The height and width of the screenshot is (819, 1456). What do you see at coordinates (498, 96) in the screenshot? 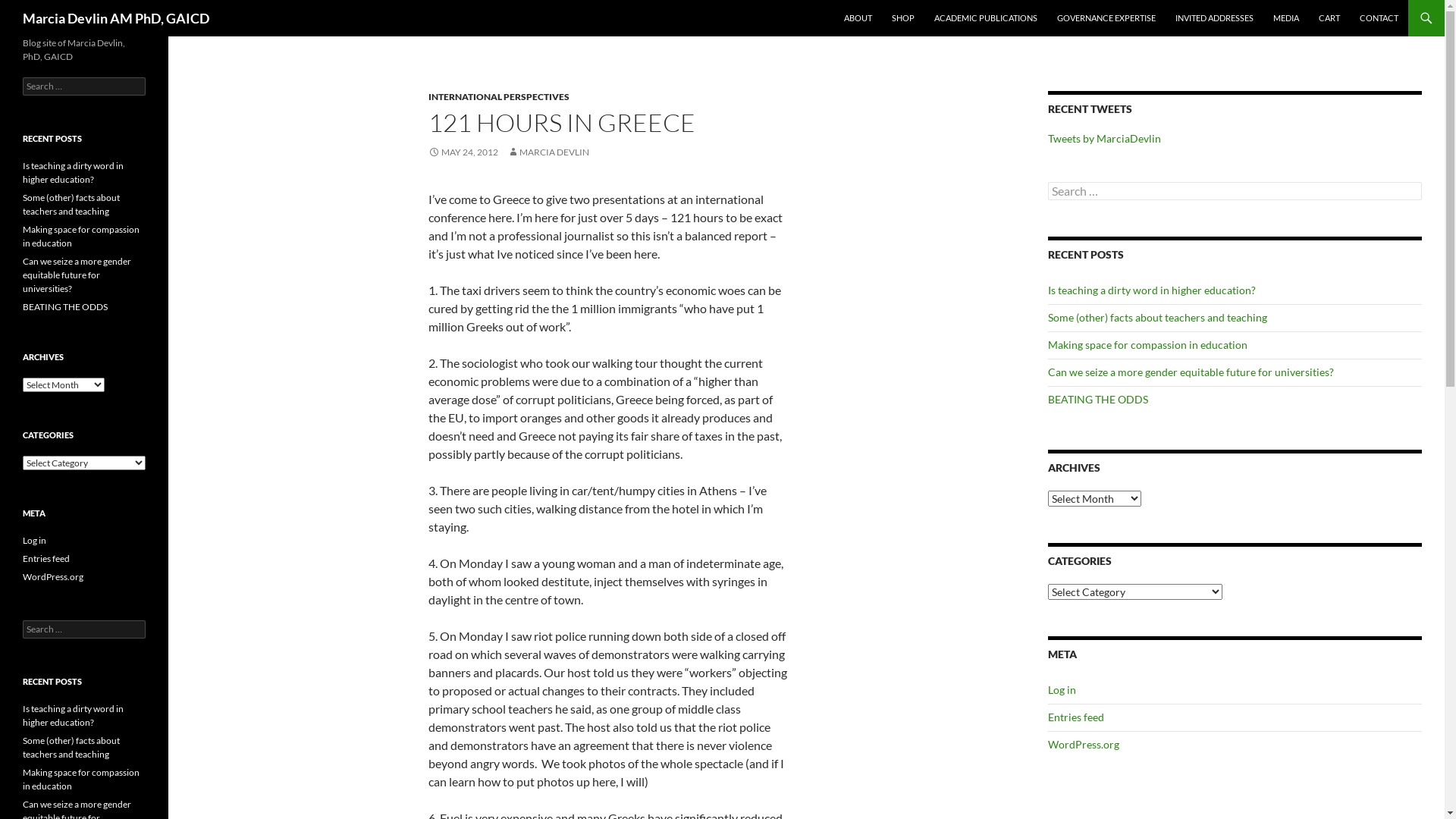
I see `'INTERNATIONAL PERSPECTIVES'` at bounding box center [498, 96].